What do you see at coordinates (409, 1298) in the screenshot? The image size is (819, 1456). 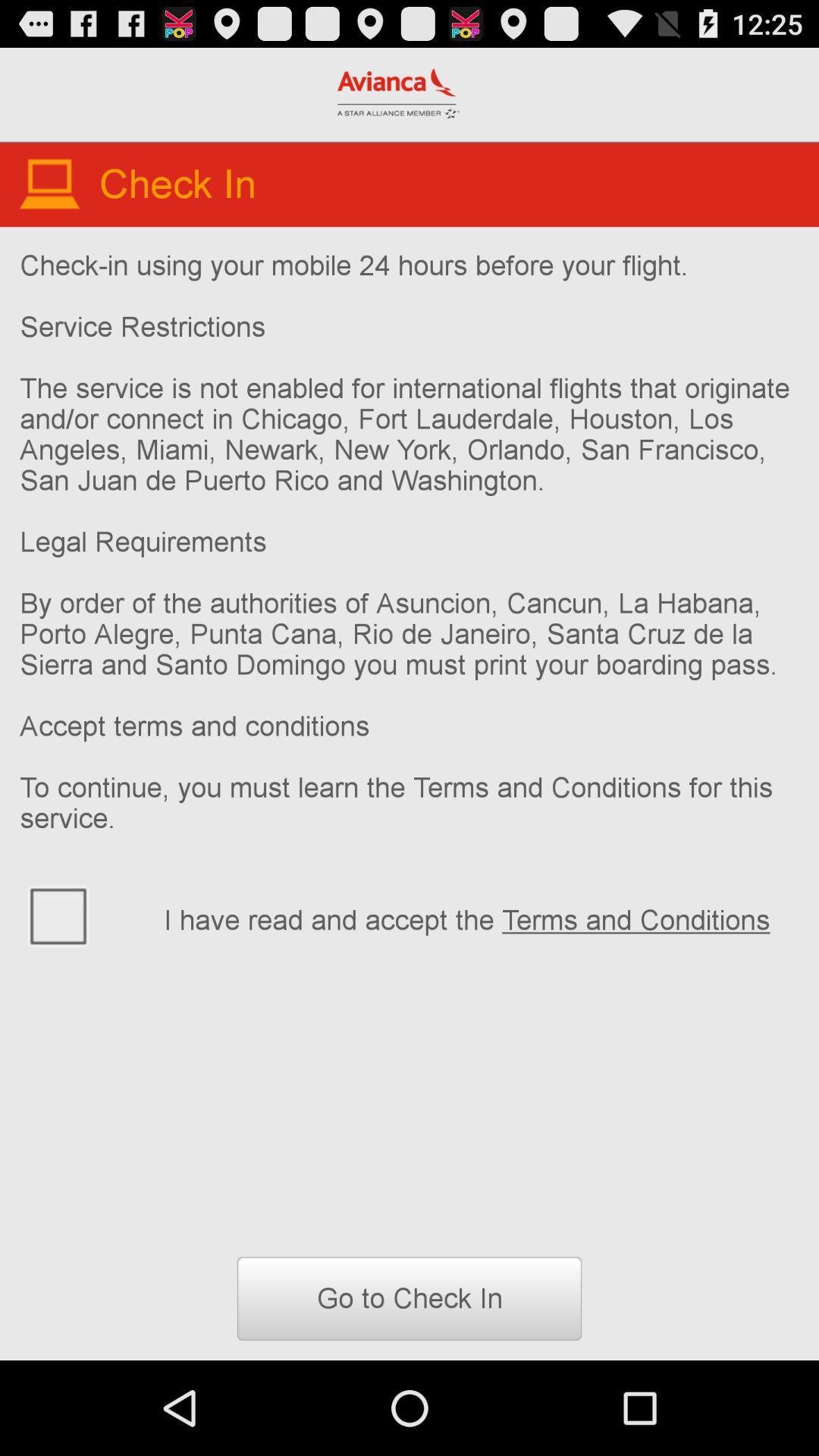 I see `go to check icon` at bounding box center [409, 1298].